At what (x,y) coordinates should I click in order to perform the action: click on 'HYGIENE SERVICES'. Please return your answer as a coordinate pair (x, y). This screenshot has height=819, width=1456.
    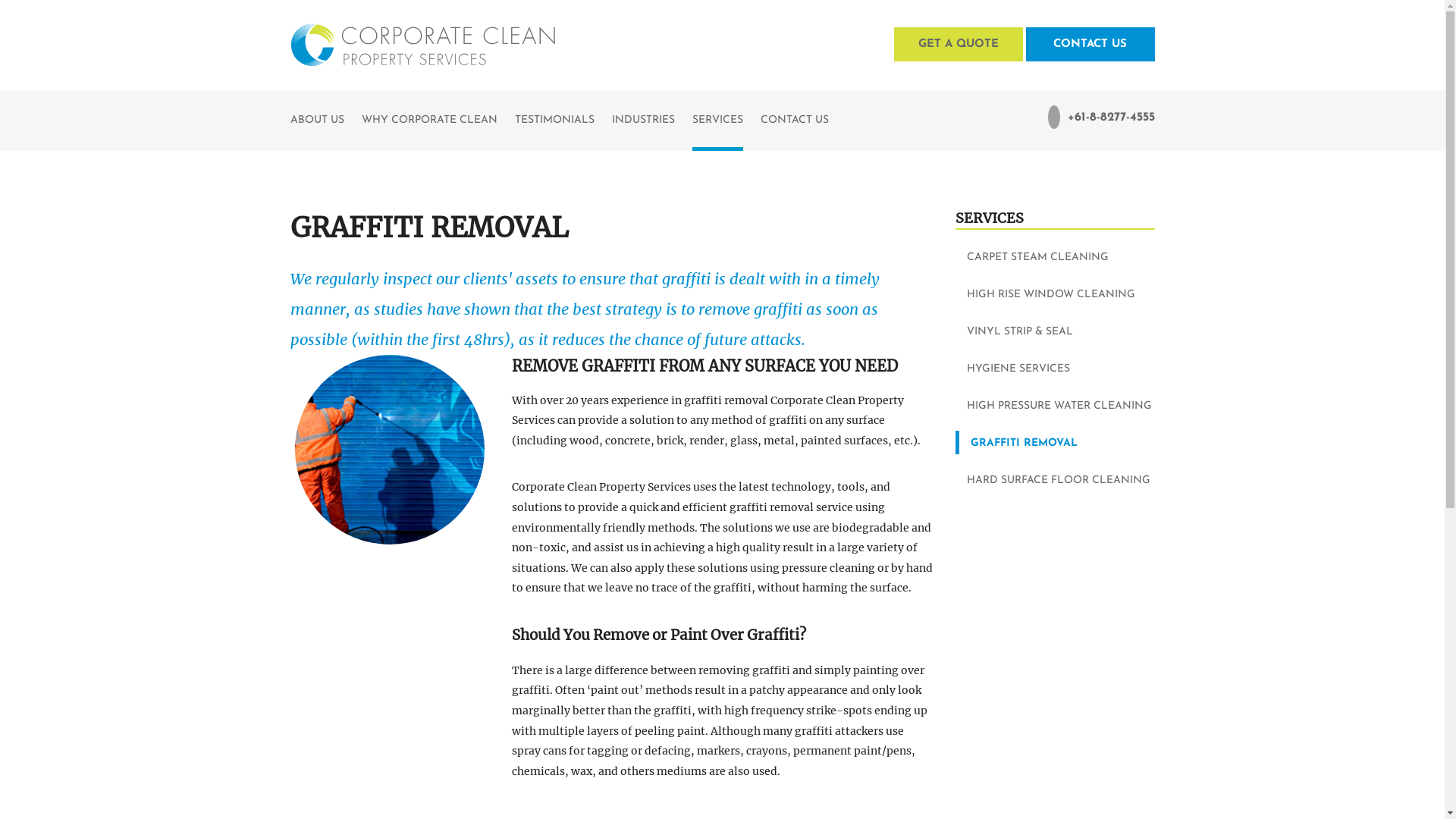
    Looking at the image, I should click on (1054, 368).